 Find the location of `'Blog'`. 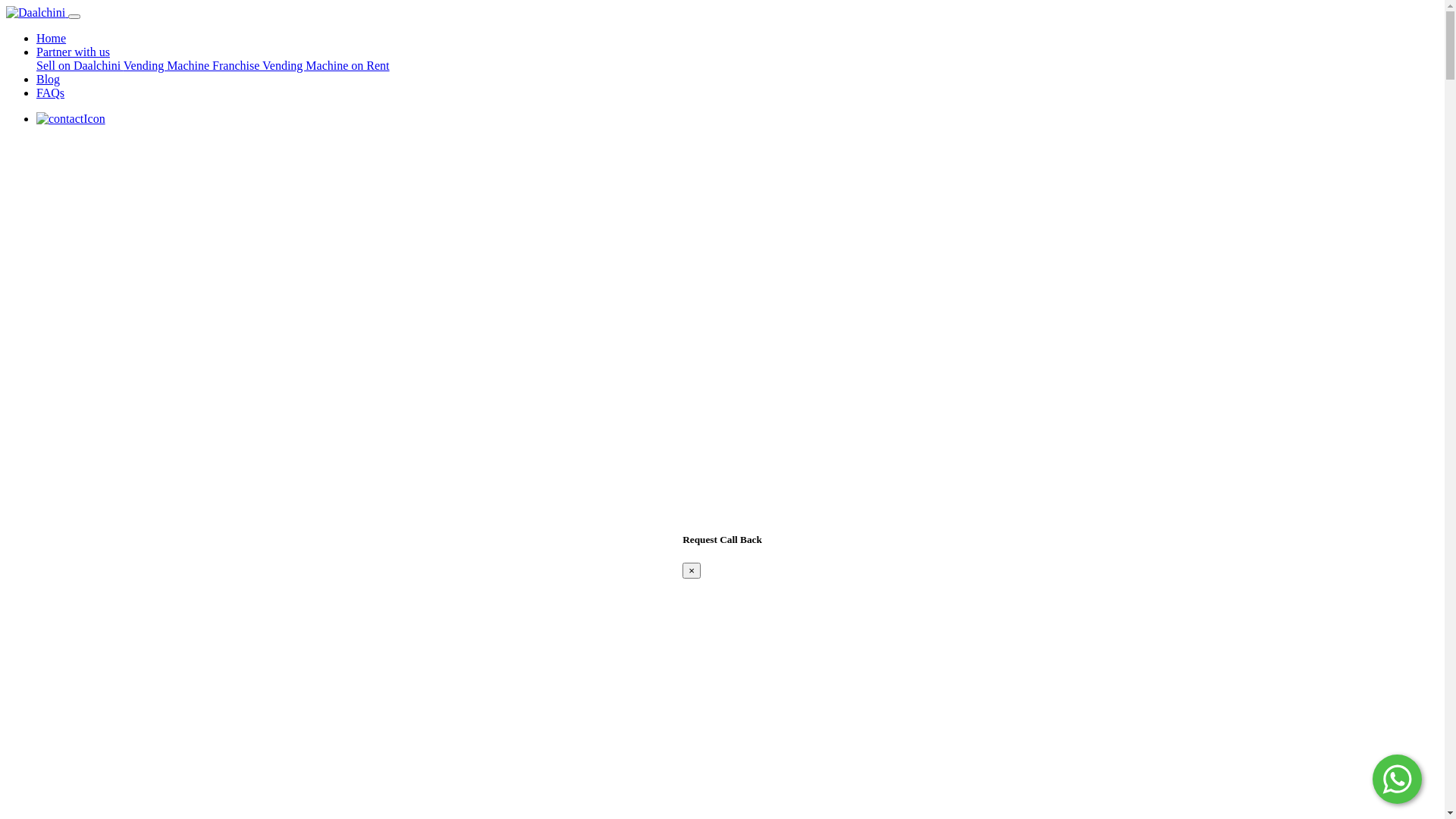

'Blog' is located at coordinates (48, 79).